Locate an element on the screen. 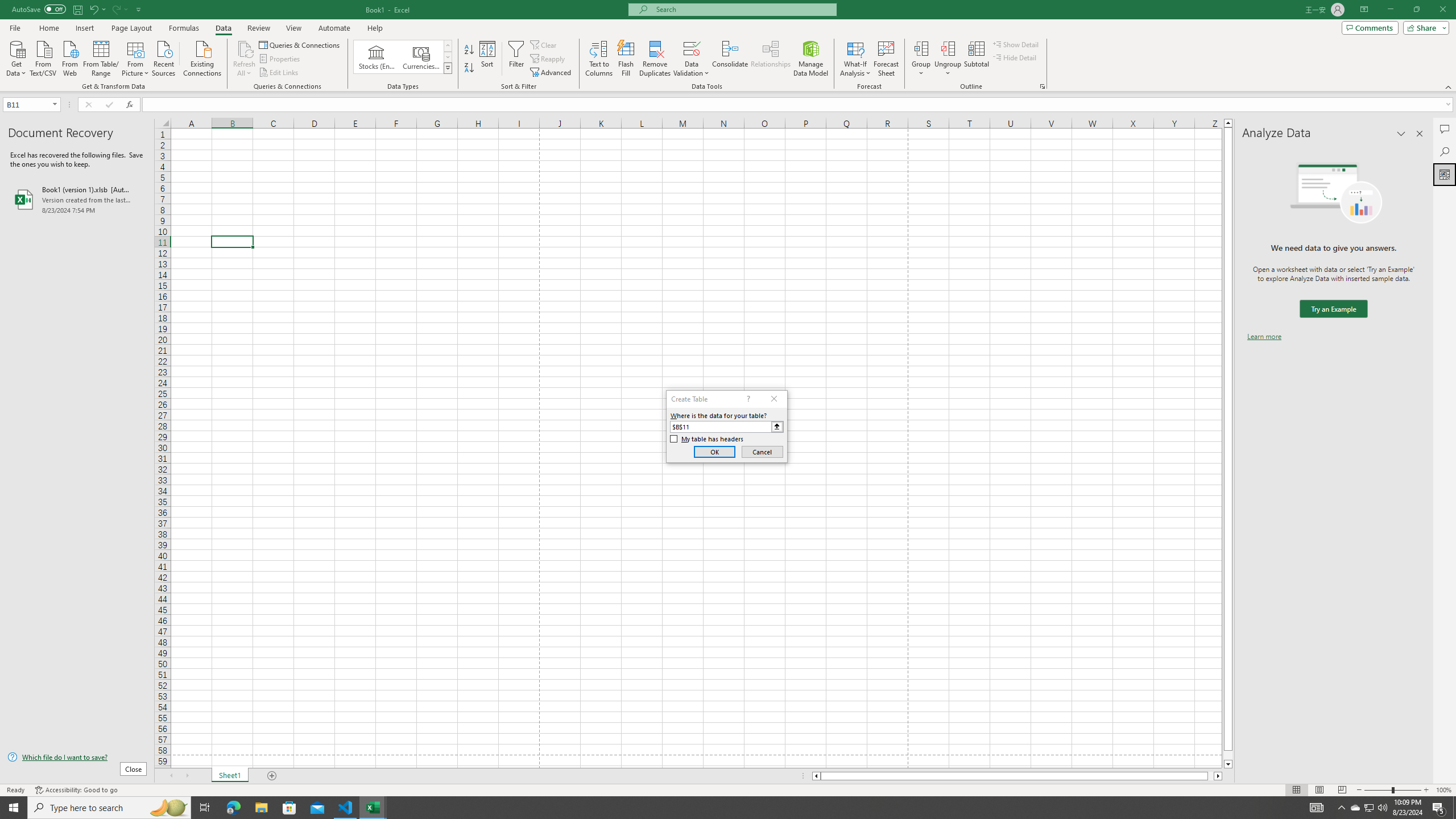 Image resolution: width=1456 pixels, height=819 pixels. 'Consolidate...' is located at coordinates (730, 59).